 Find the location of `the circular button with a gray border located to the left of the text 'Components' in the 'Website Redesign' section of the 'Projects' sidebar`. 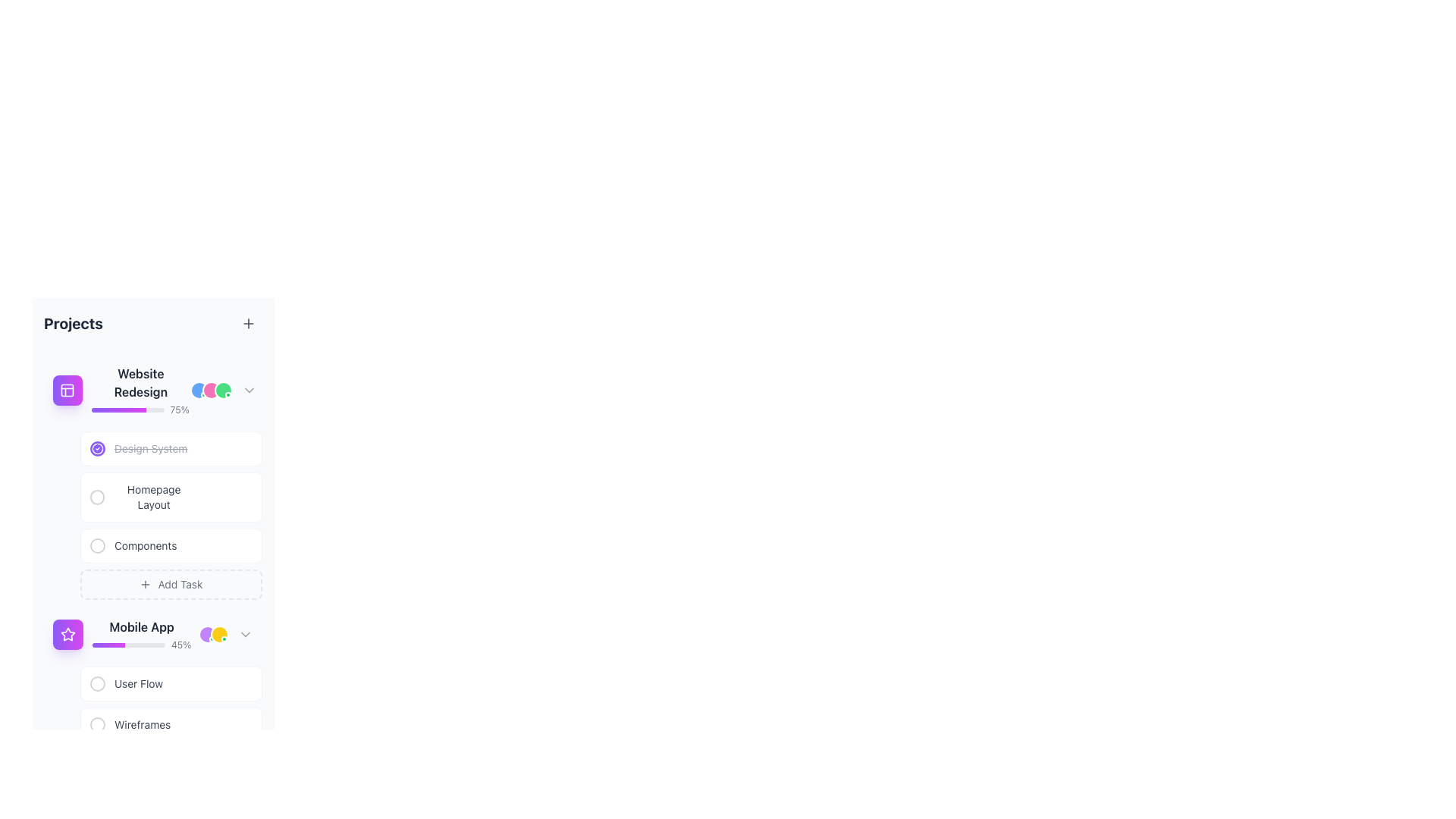

the circular button with a gray border located to the left of the text 'Components' in the 'Website Redesign' section of the 'Projects' sidebar is located at coordinates (97, 546).